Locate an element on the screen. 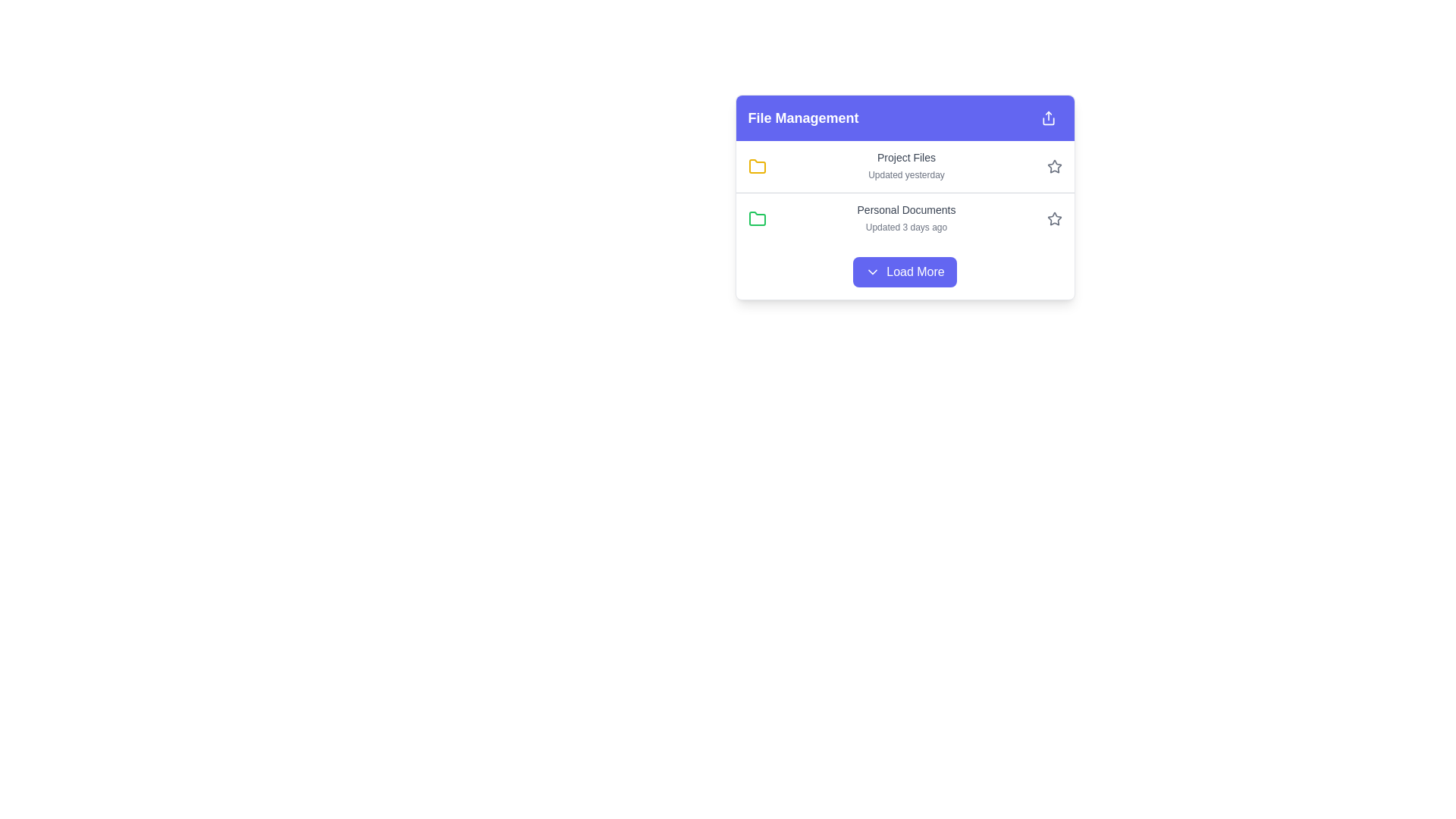 The image size is (1456, 819). the share icon, which is a small square icon with an upward arrow on a purple background, located in the top-right corner of the File Management panel is located at coordinates (1047, 117).